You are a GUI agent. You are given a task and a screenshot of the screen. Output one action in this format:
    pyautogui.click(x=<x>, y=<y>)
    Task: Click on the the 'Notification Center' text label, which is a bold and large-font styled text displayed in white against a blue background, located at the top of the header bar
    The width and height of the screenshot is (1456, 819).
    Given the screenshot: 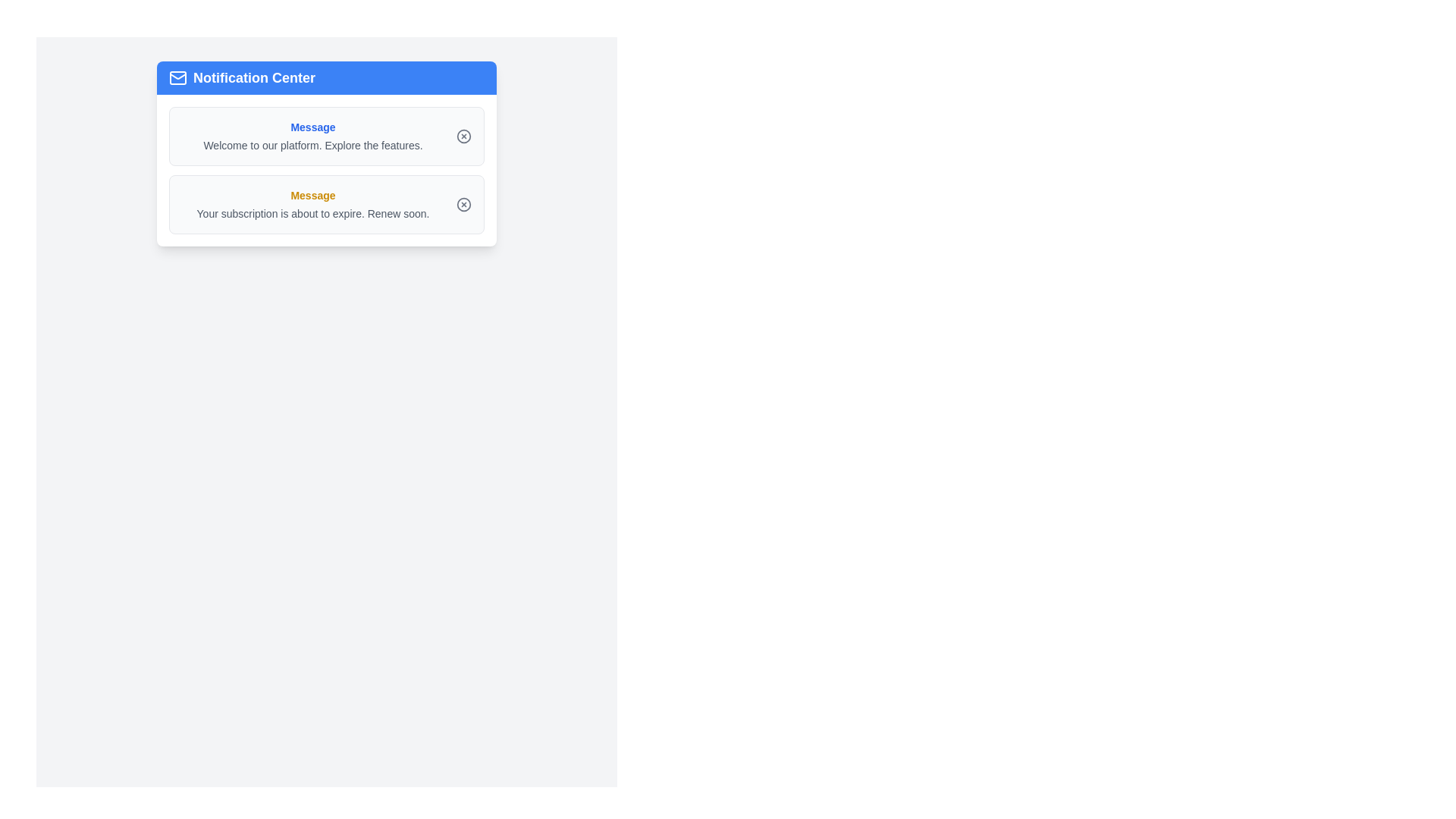 What is the action you would take?
    pyautogui.click(x=254, y=78)
    